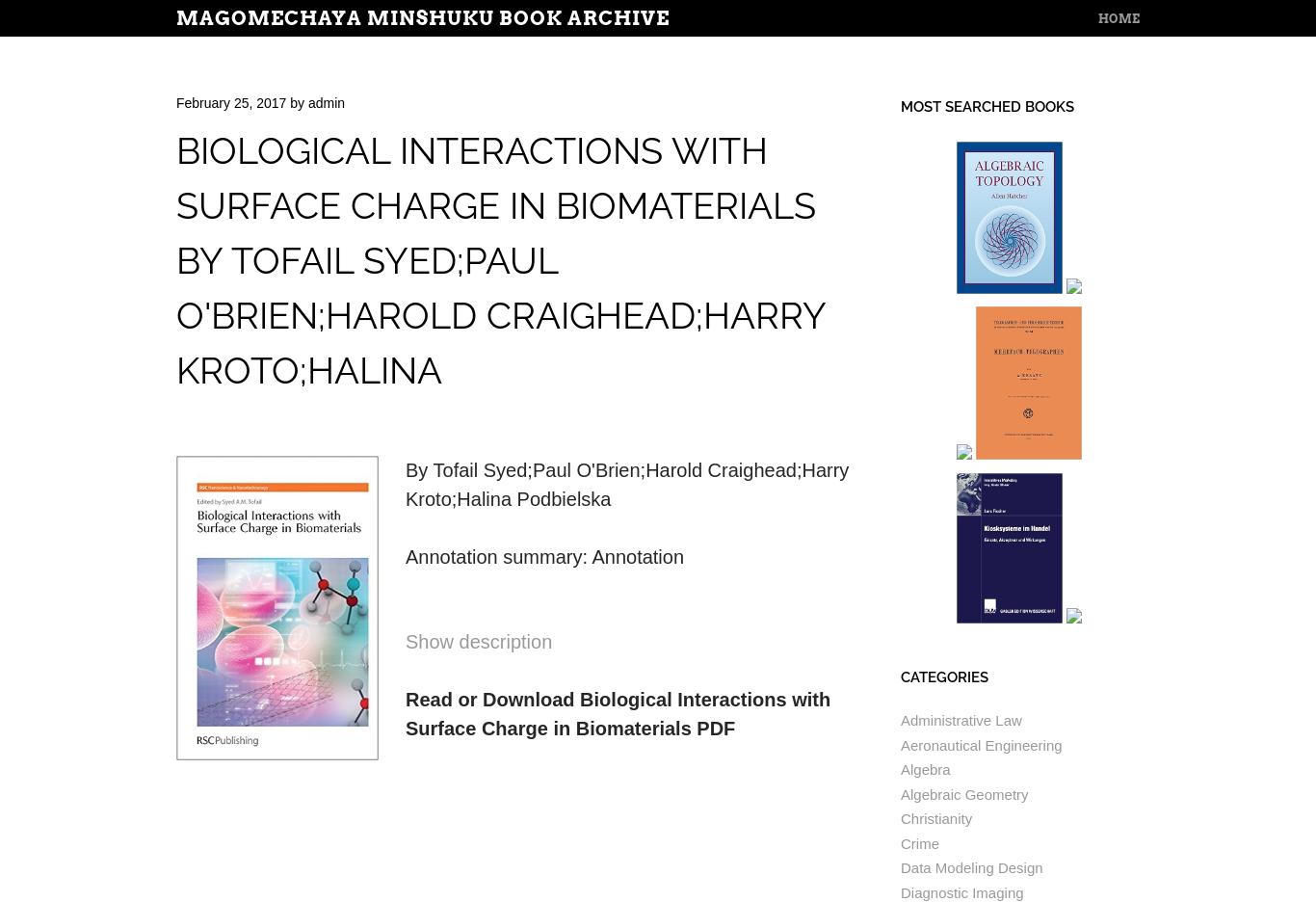  What do you see at coordinates (175, 259) in the screenshot?
I see `'Biological Interactions with Surface Charge in Biomaterials by Tofail Syed;Paul O'Brien;Harold Craighead;Harry Kroto;Halina'` at bounding box center [175, 259].